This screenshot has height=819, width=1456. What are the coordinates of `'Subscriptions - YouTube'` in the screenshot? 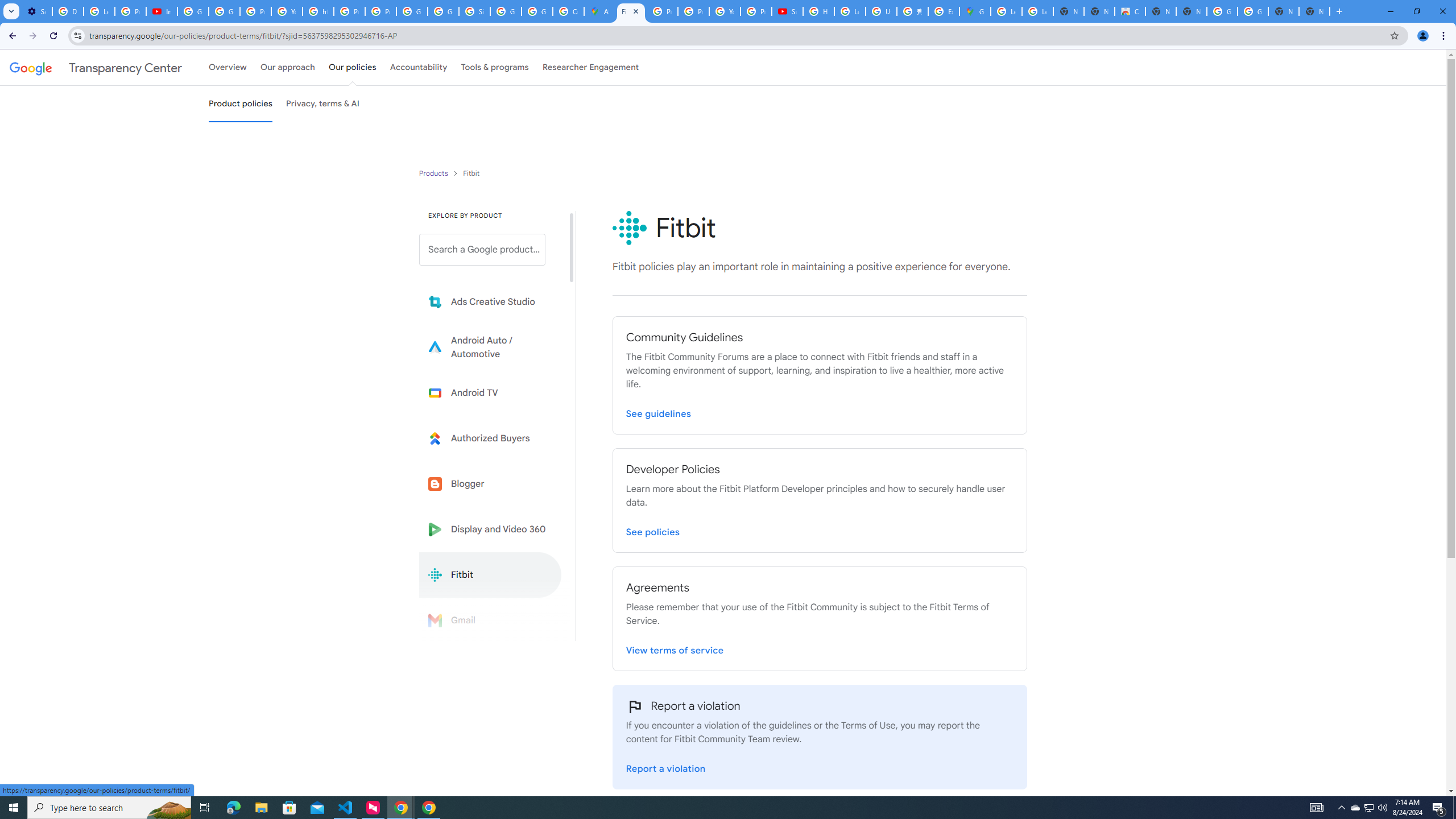 It's located at (787, 11).